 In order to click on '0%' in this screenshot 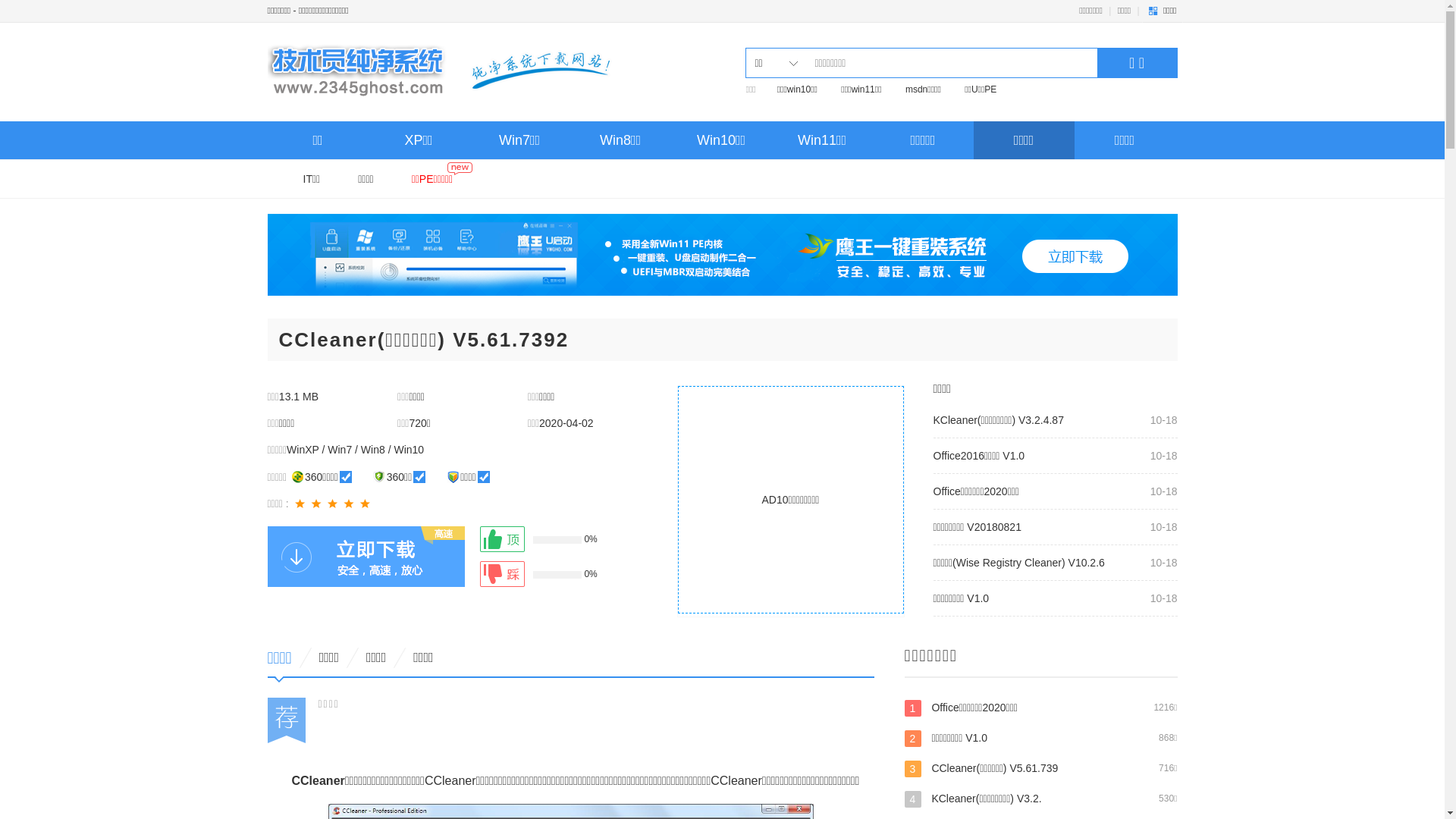, I will do `click(550, 573)`.